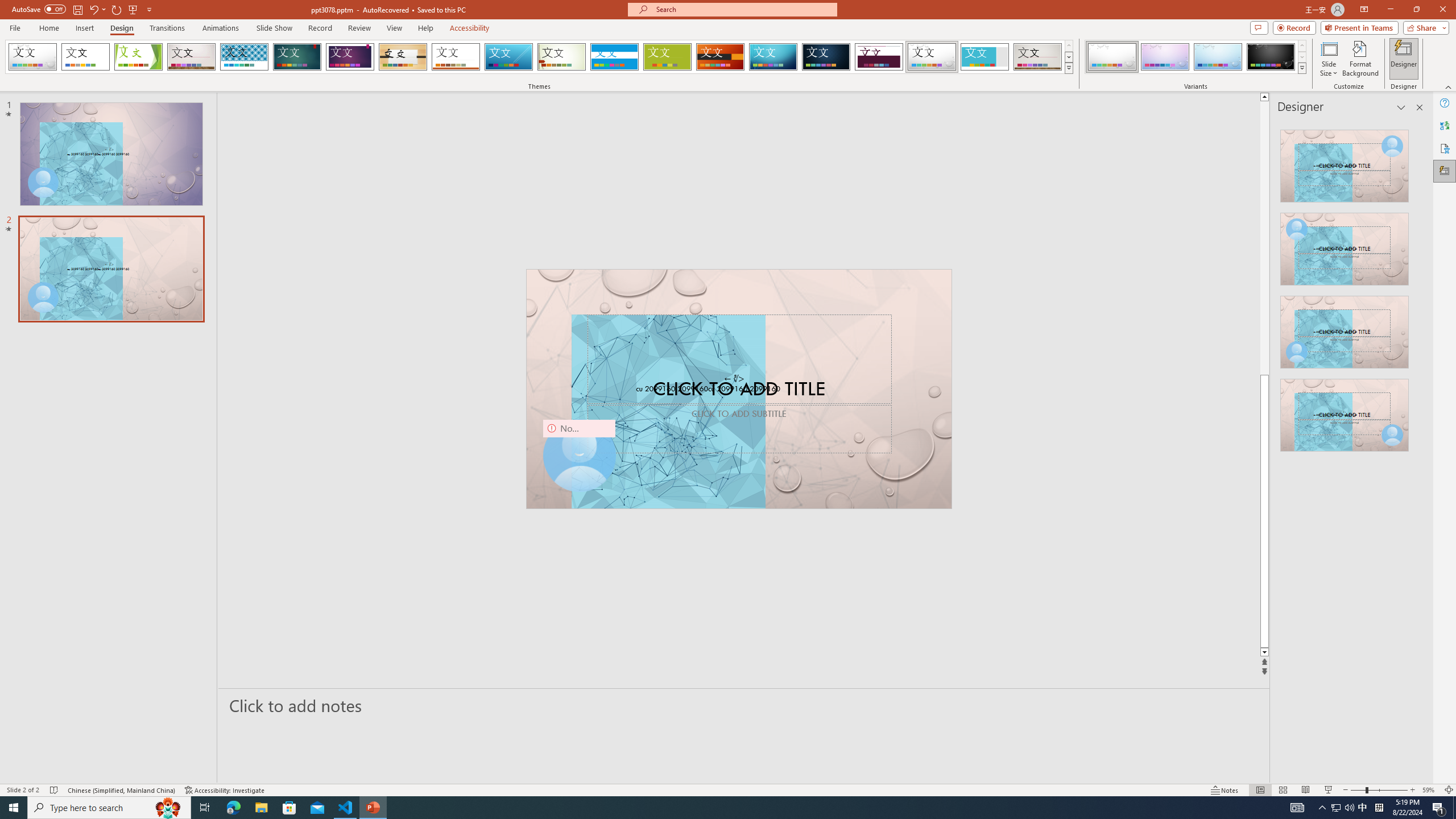  I want to click on 'Slide Size', so click(1329, 59).